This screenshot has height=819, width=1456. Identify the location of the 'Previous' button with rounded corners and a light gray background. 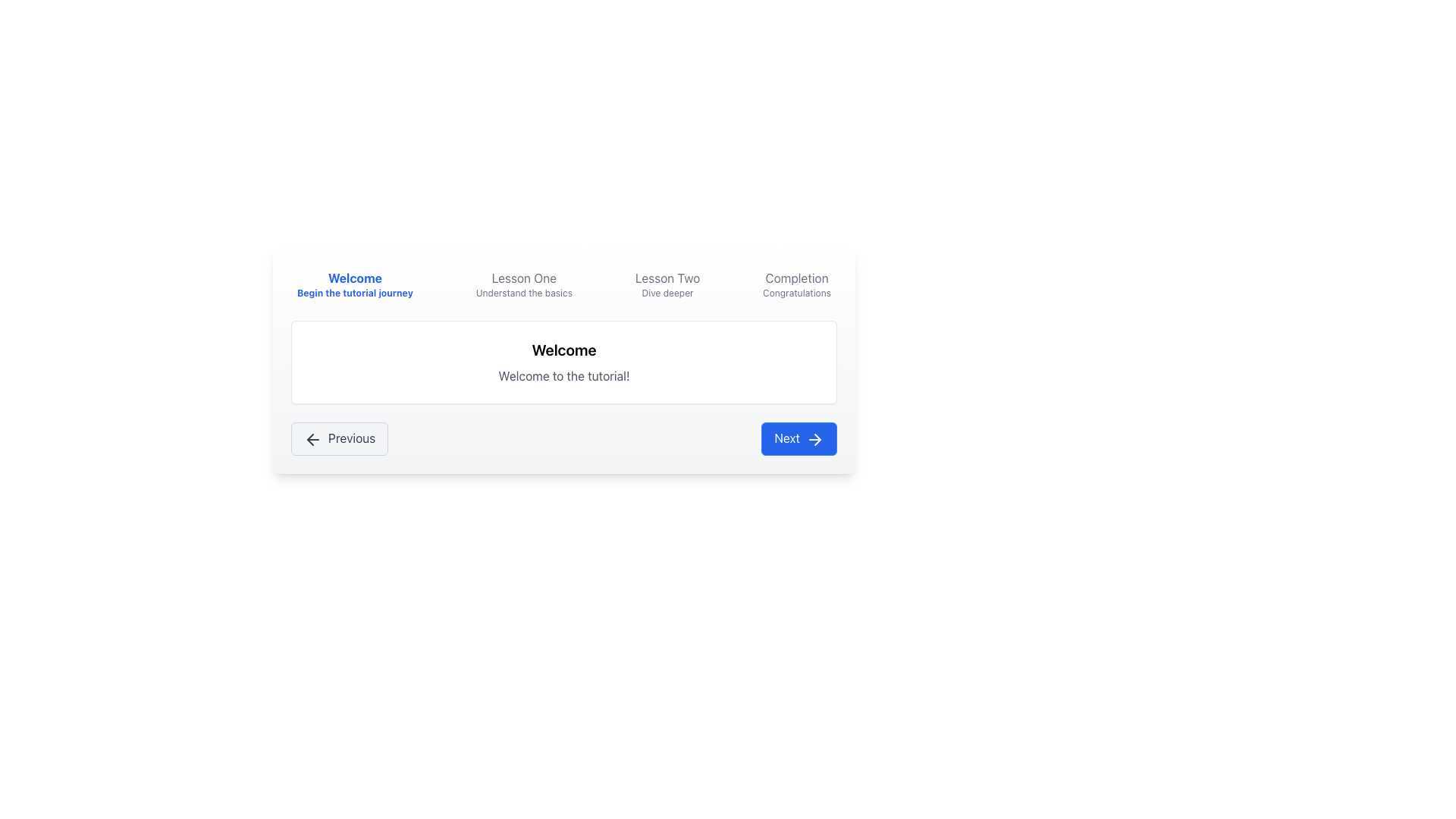
(339, 438).